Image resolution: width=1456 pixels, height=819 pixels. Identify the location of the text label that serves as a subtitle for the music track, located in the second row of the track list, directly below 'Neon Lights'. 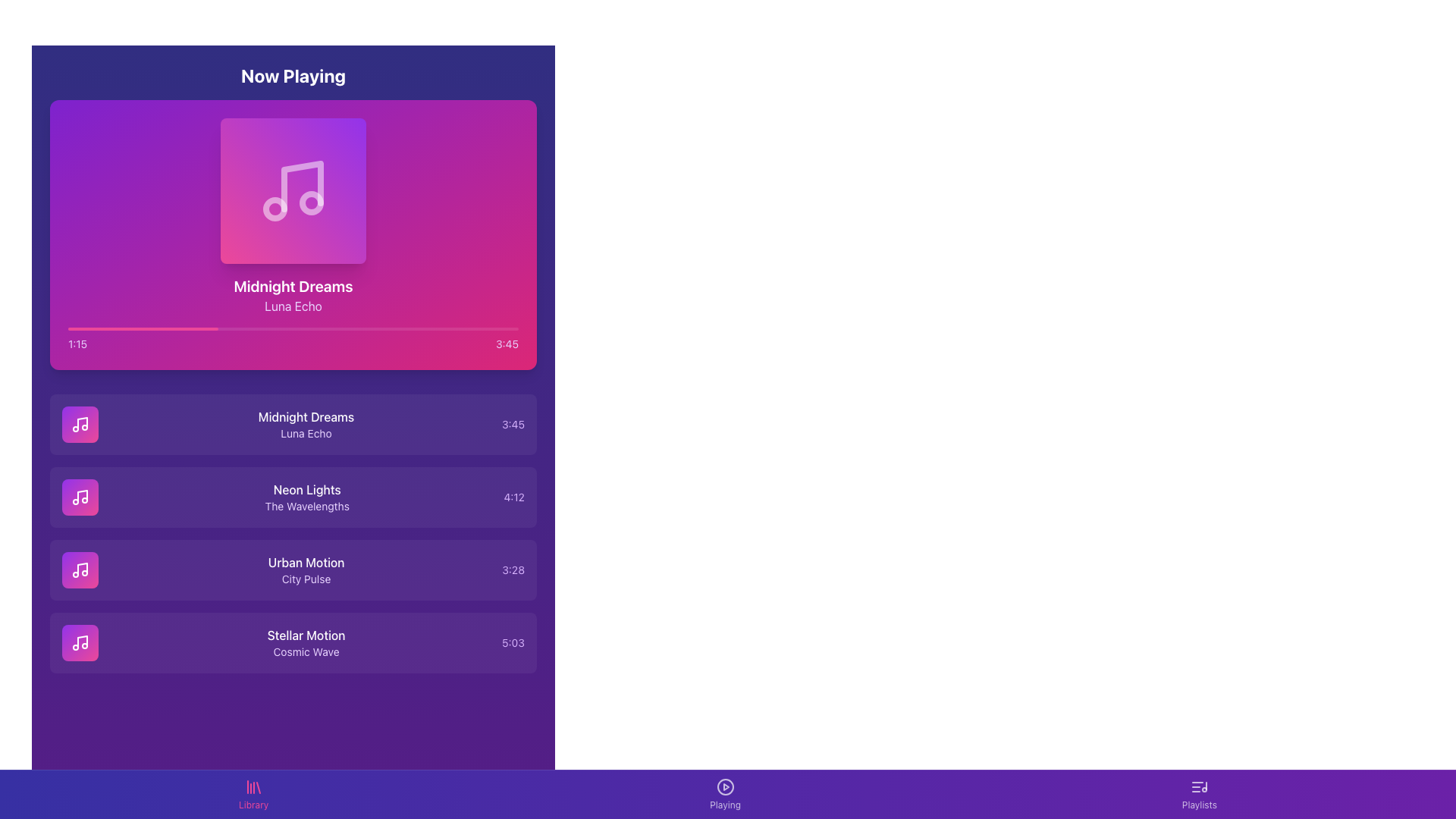
(306, 506).